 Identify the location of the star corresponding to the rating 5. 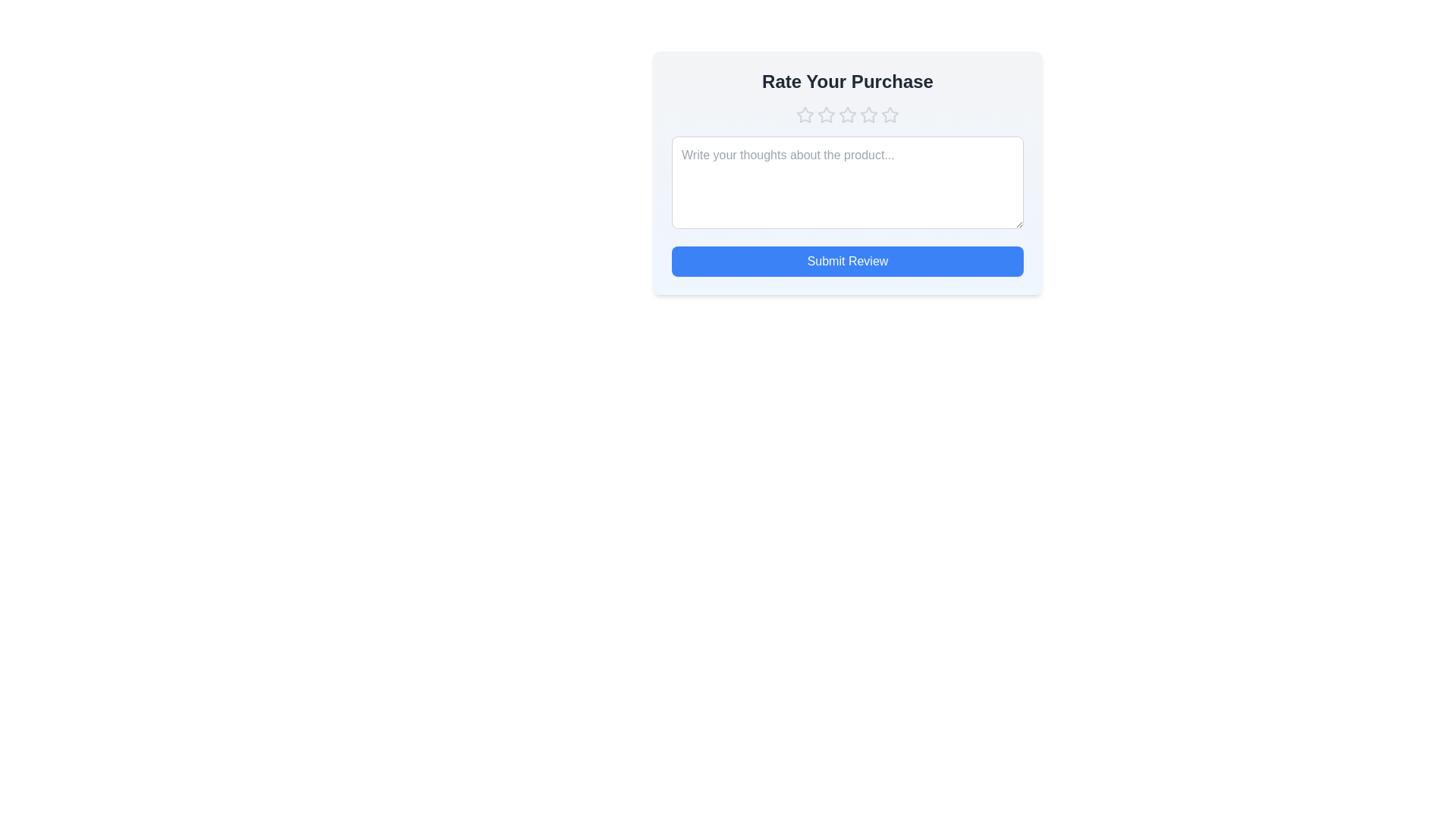
(890, 114).